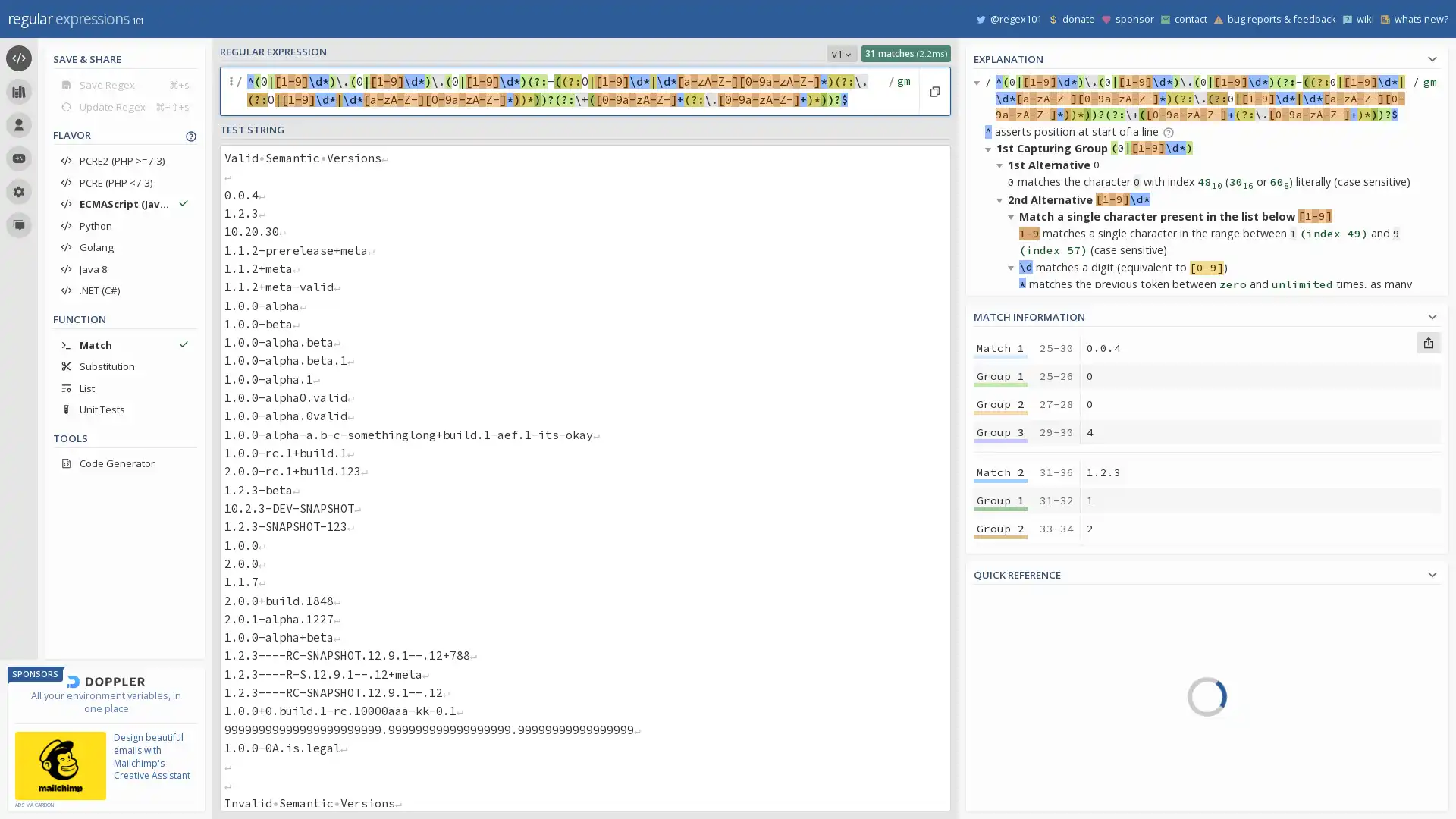 The image size is (1456, 819). I want to click on Match 2, so click(1000, 472).